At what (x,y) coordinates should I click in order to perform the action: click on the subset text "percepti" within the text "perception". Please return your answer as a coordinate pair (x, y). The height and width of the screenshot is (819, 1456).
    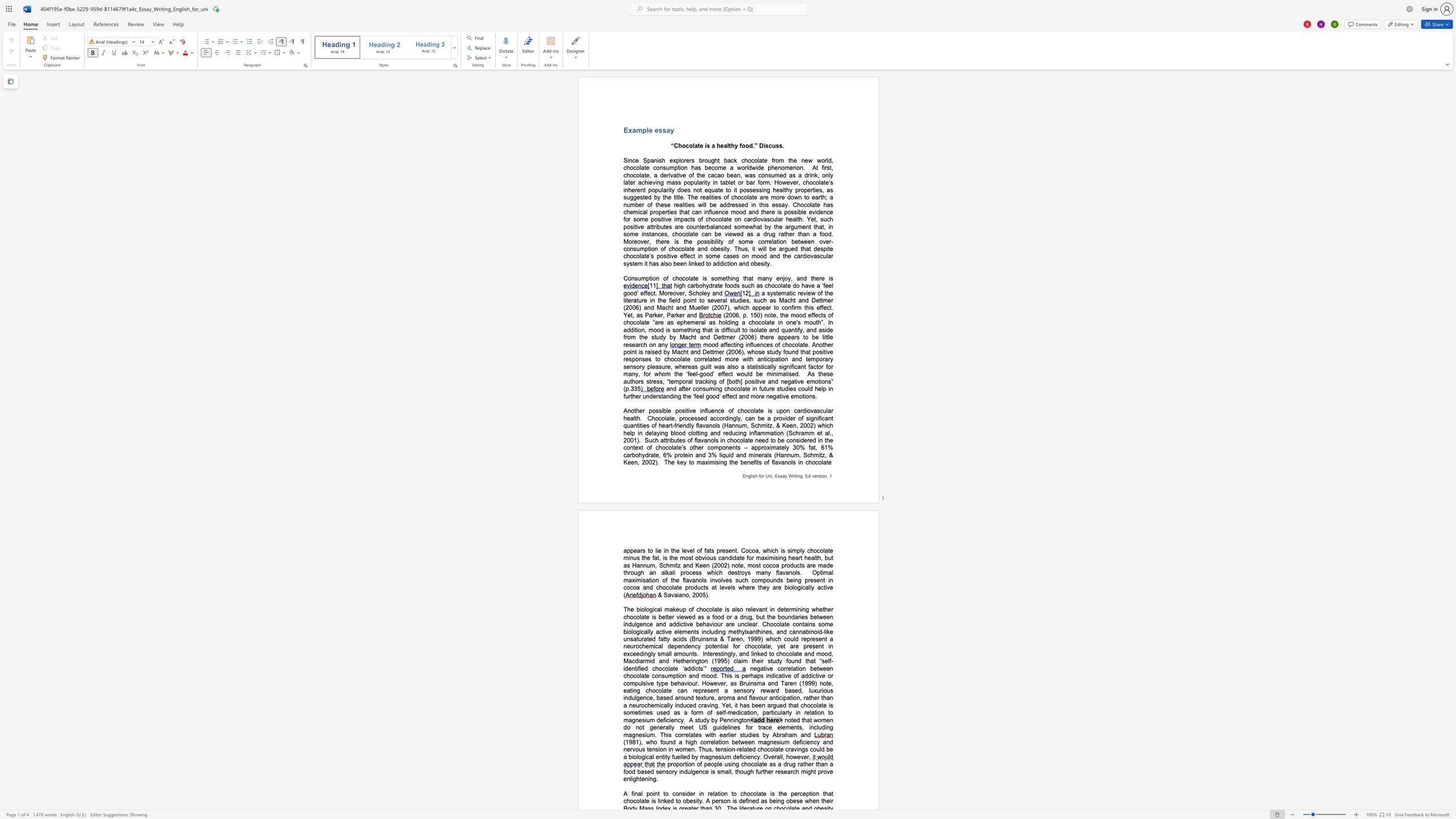
    Looking at the image, I should click on (791, 793).